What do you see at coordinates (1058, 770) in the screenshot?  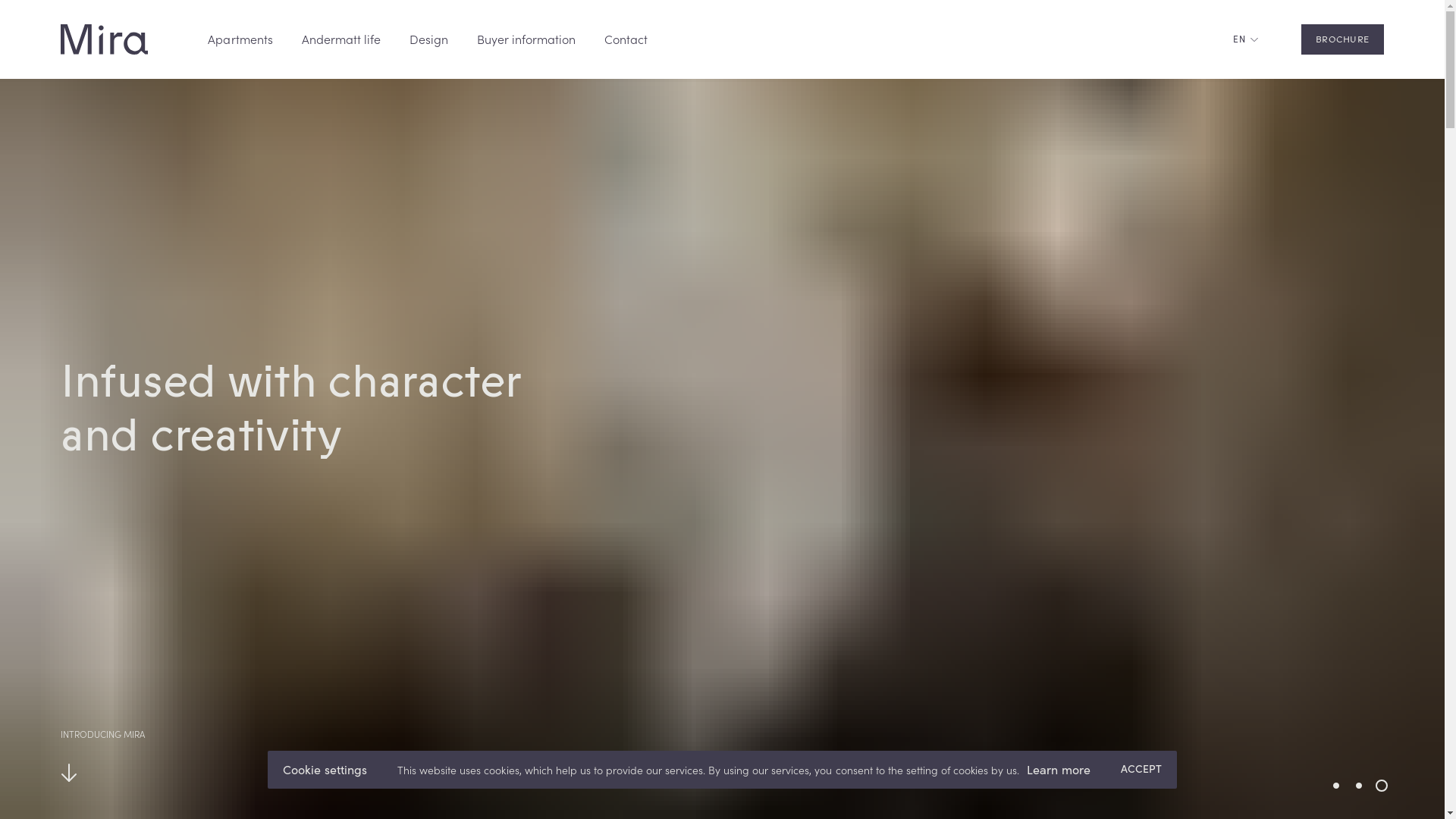 I see `'Learn more'` at bounding box center [1058, 770].